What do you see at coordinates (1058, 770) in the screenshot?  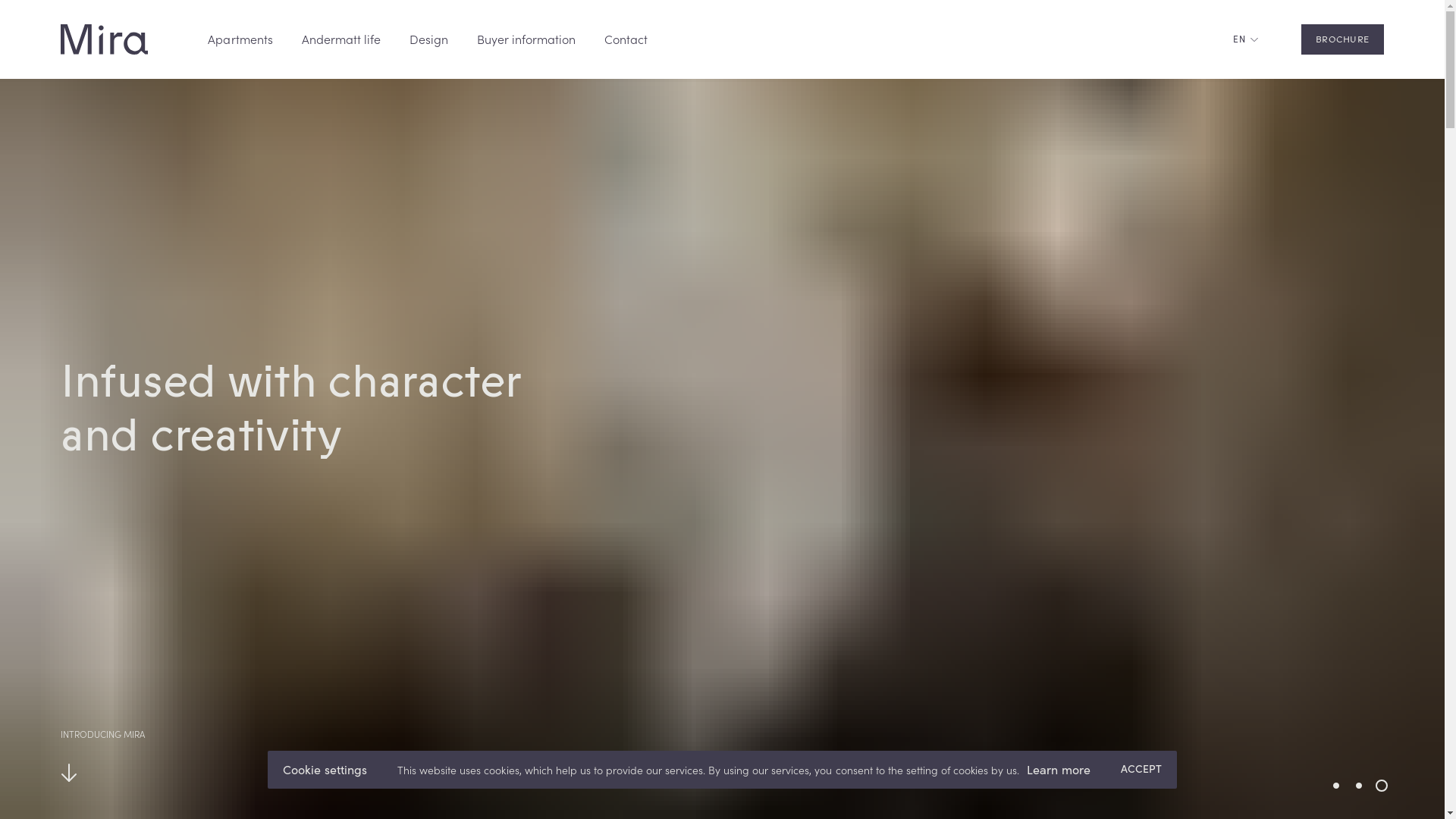 I see `'Learn more'` at bounding box center [1058, 770].